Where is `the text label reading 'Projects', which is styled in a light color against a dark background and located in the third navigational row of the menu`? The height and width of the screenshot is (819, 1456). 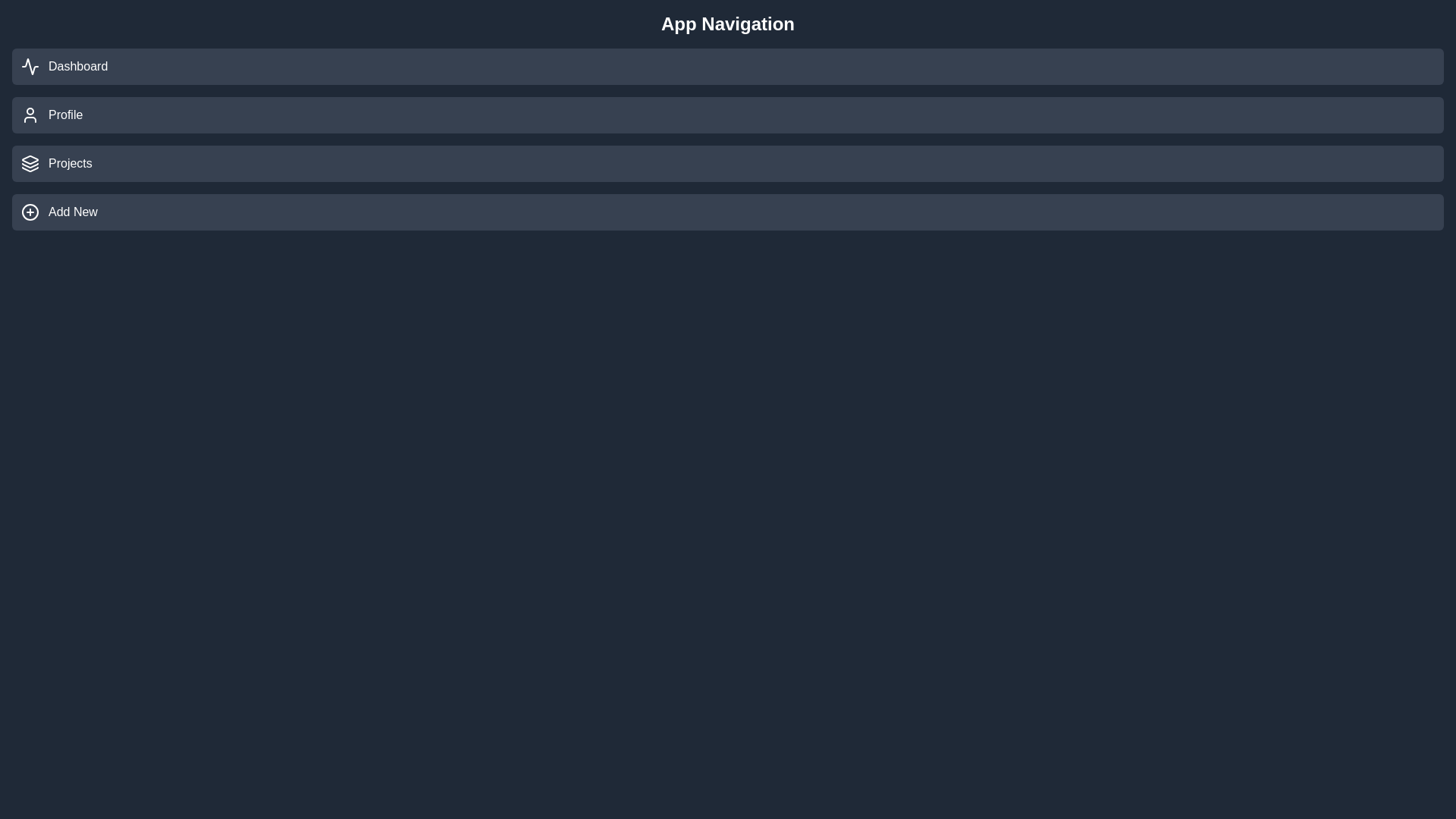 the text label reading 'Projects', which is styled in a light color against a dark background and located in the third navigational row of the menu is located at coordinates (69, 164).